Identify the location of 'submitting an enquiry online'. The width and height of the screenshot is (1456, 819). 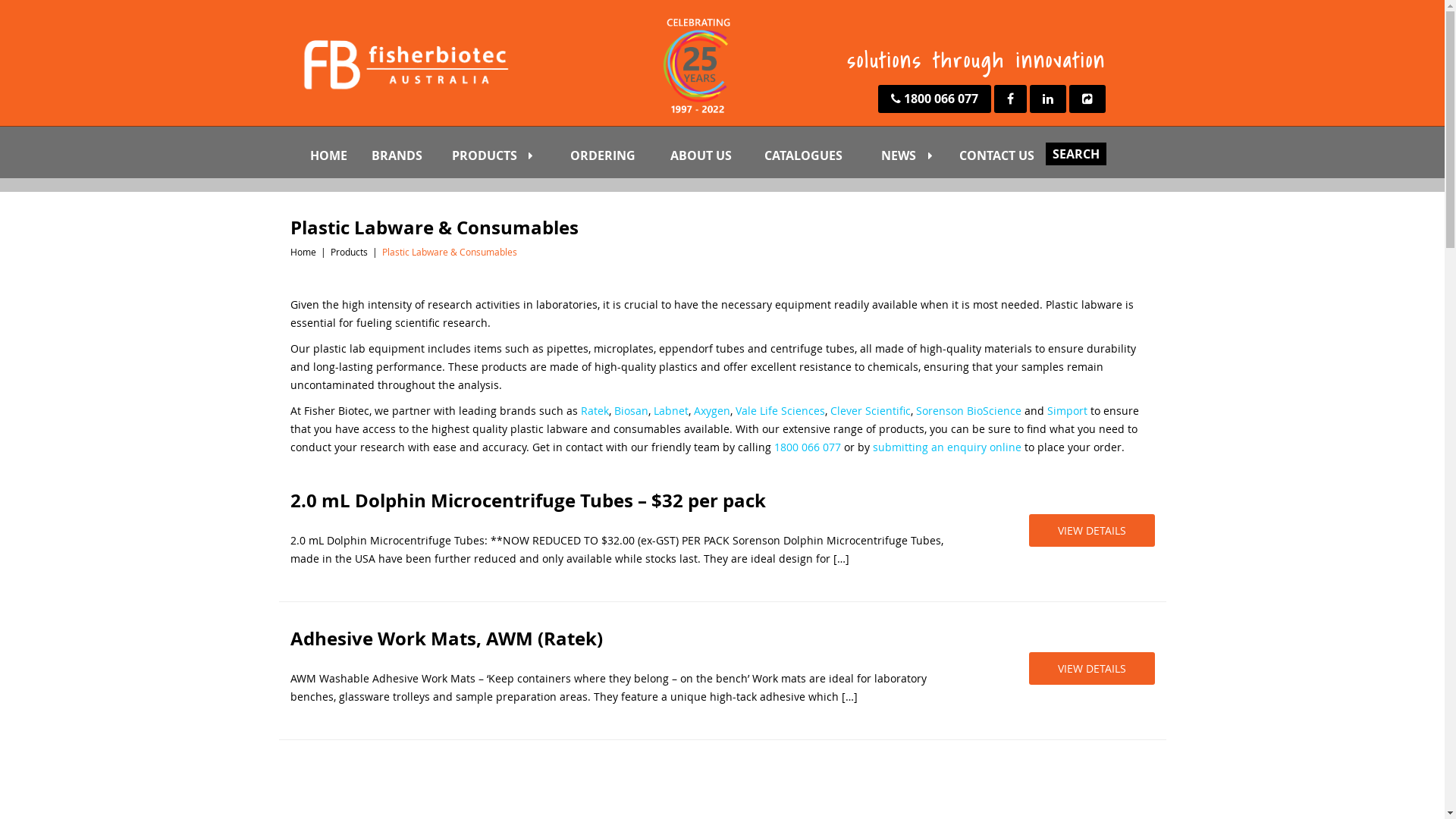
(946, 446).